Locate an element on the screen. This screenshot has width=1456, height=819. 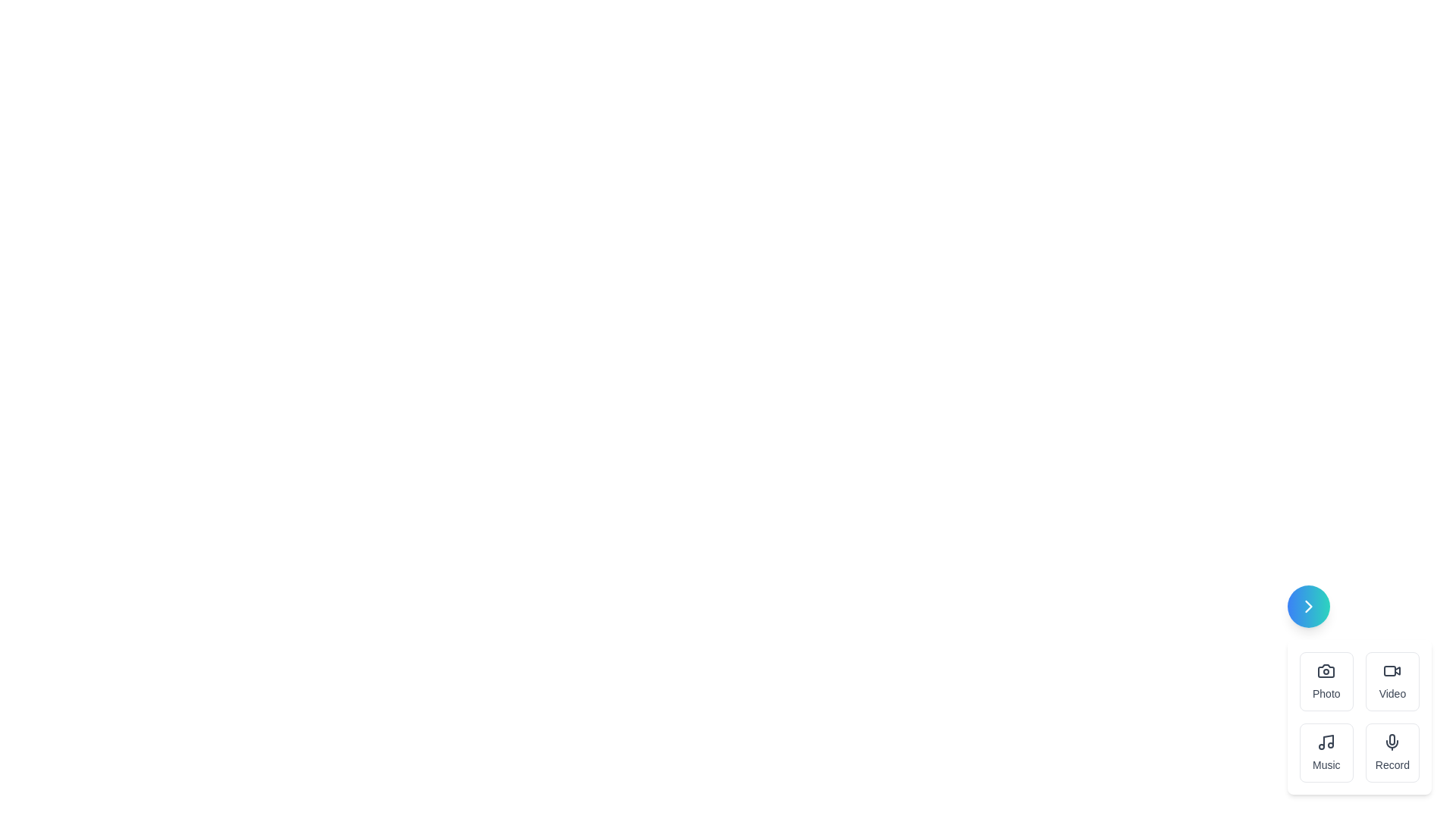
the Photo button in the speed dial menu is located at coordinates (1325, 680).